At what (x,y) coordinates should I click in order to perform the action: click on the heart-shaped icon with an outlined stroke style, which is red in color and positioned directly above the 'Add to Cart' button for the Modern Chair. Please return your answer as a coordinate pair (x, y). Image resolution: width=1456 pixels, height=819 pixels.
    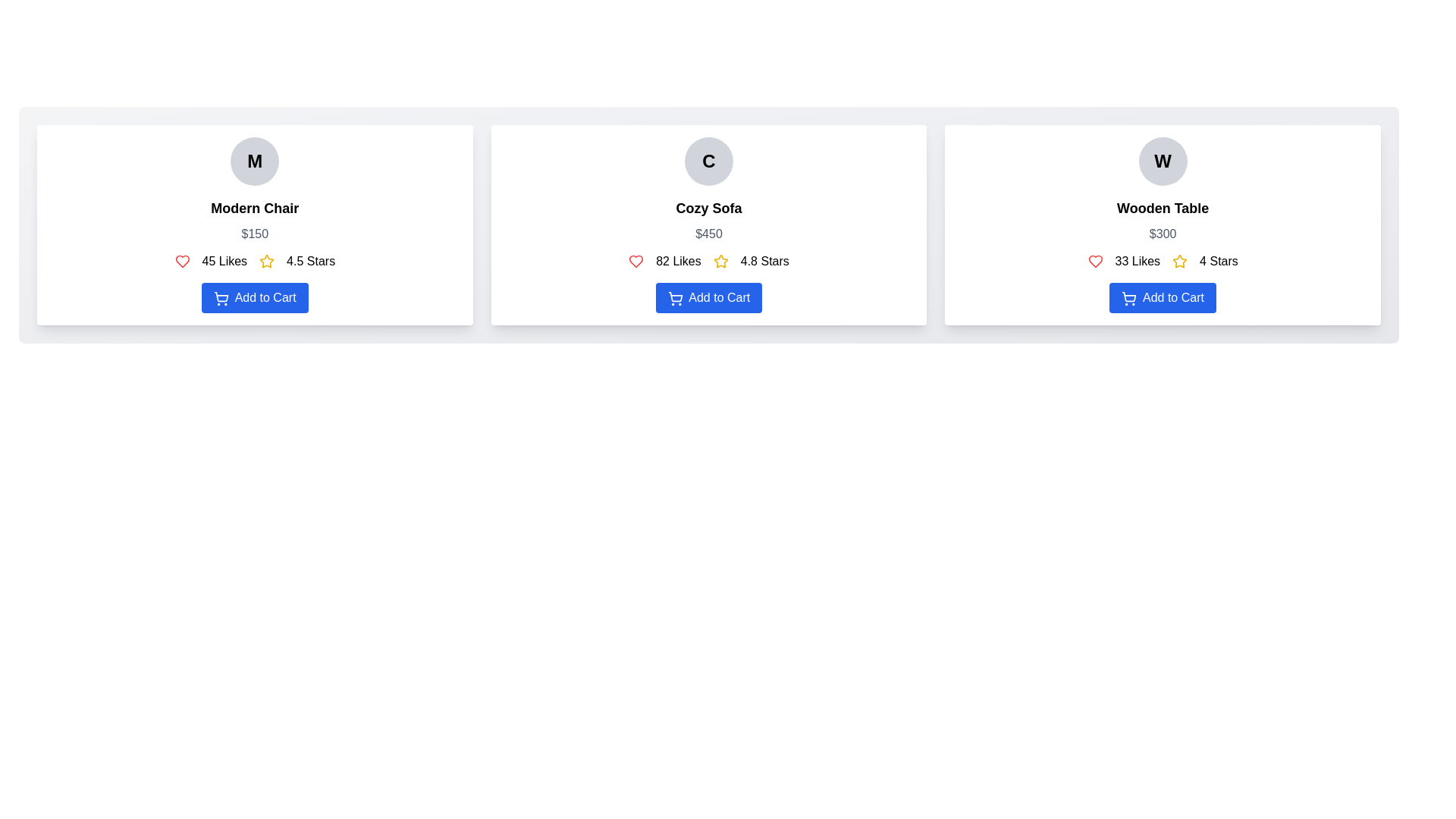
    Looking at the image, I should click on (182, 260).